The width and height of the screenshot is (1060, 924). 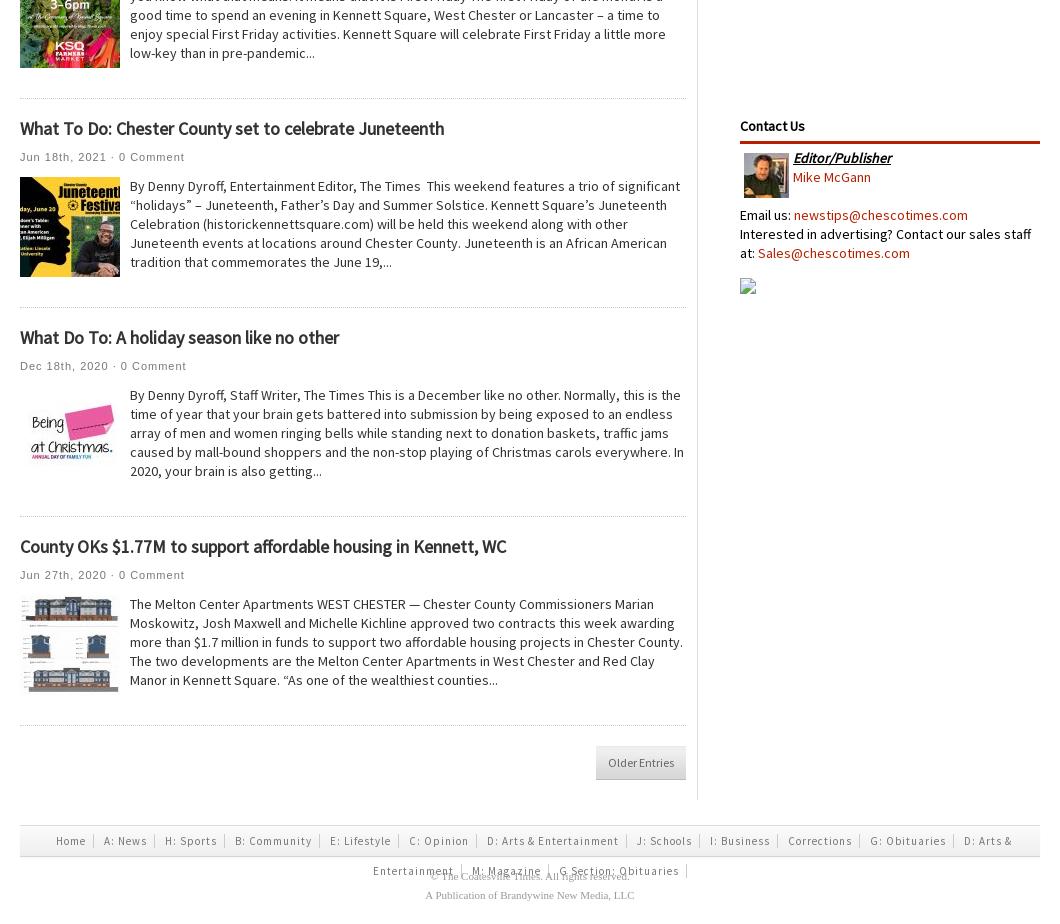 I want to click on 'A Publication of Brandywine New Media, LLC', so click(x=423, y=894).